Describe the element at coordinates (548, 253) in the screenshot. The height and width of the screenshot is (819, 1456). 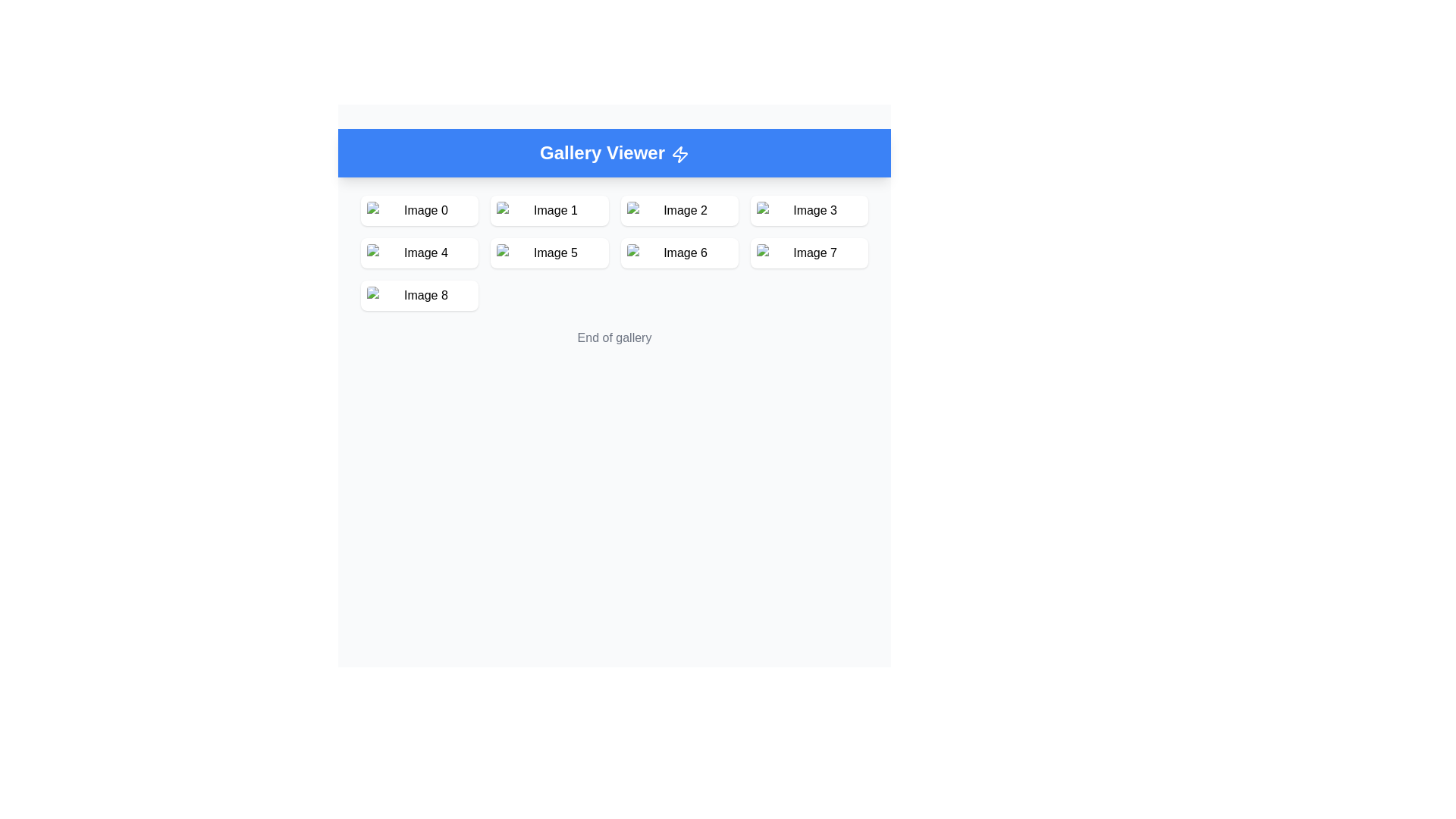
I see `the image placeholder with alternative text 'Image 5' located in the second row and second column of the grid layout` at that location.